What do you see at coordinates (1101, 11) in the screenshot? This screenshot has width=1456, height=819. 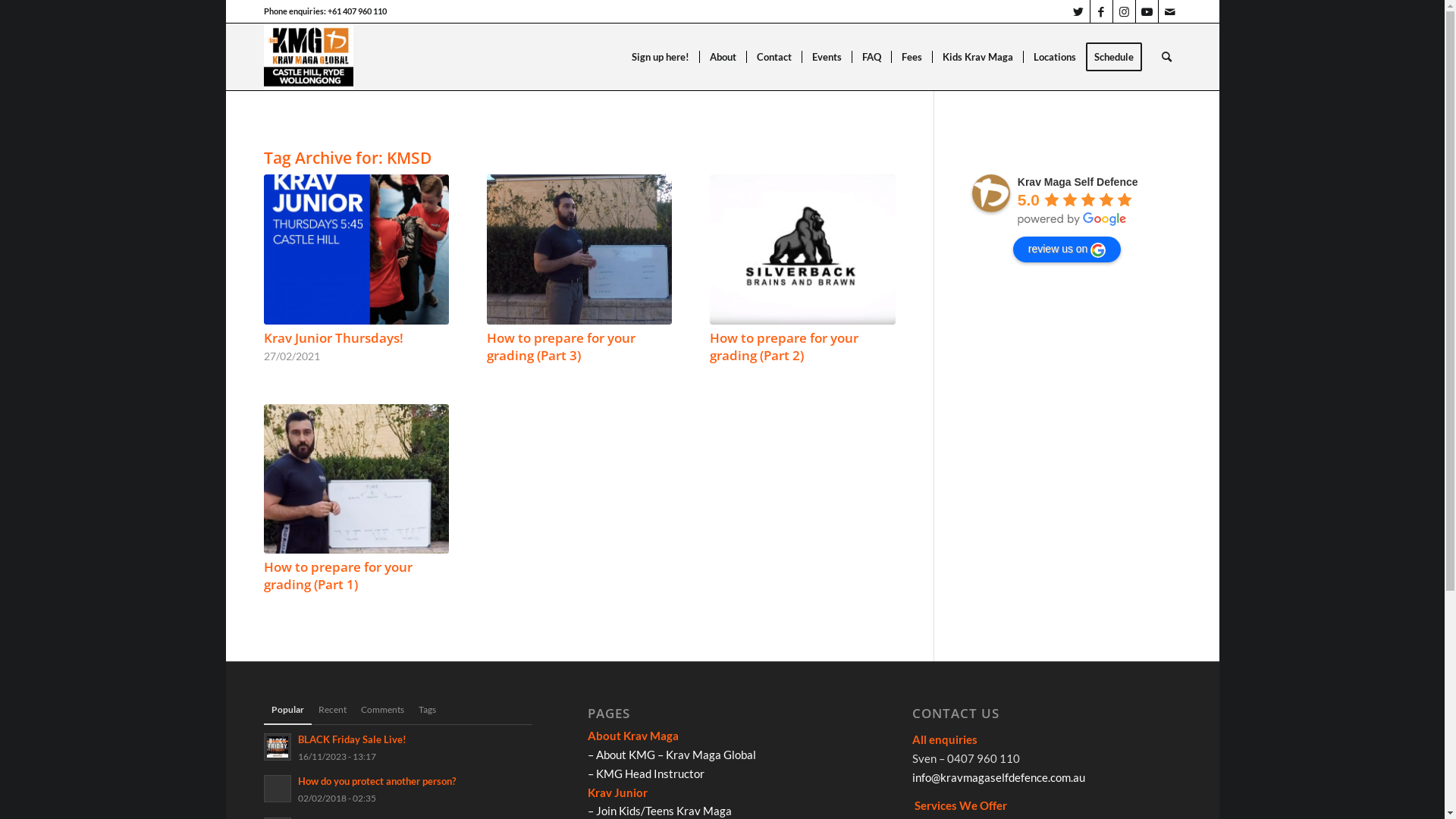 I see `'Facebook'` at bounding box center [1101, 11].